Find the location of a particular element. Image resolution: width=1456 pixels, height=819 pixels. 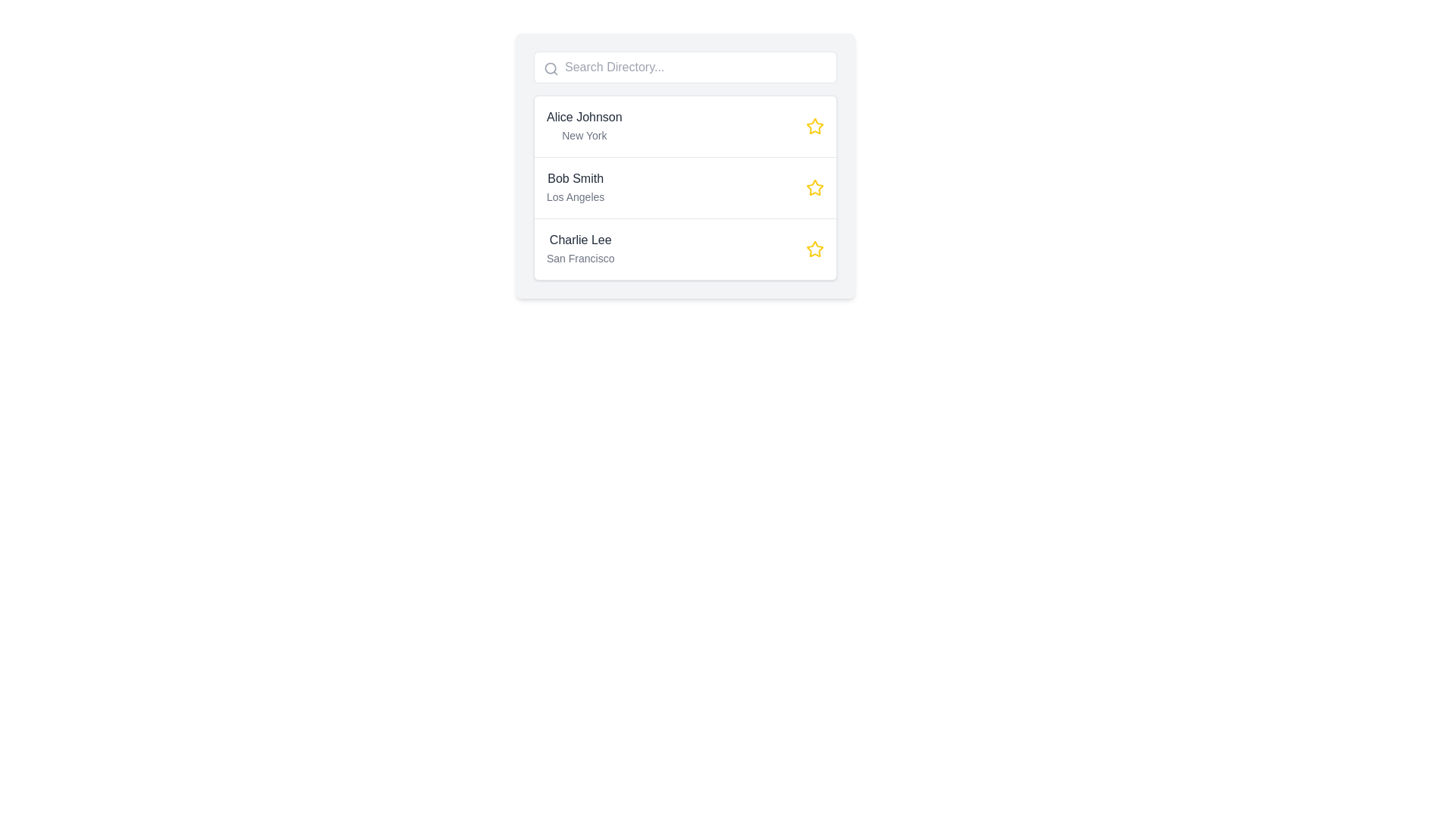

the second list item representing a user's profile entry, located between 'Alice Johnson' and 'Charlie Lee' is located at coordinates (684, 187).